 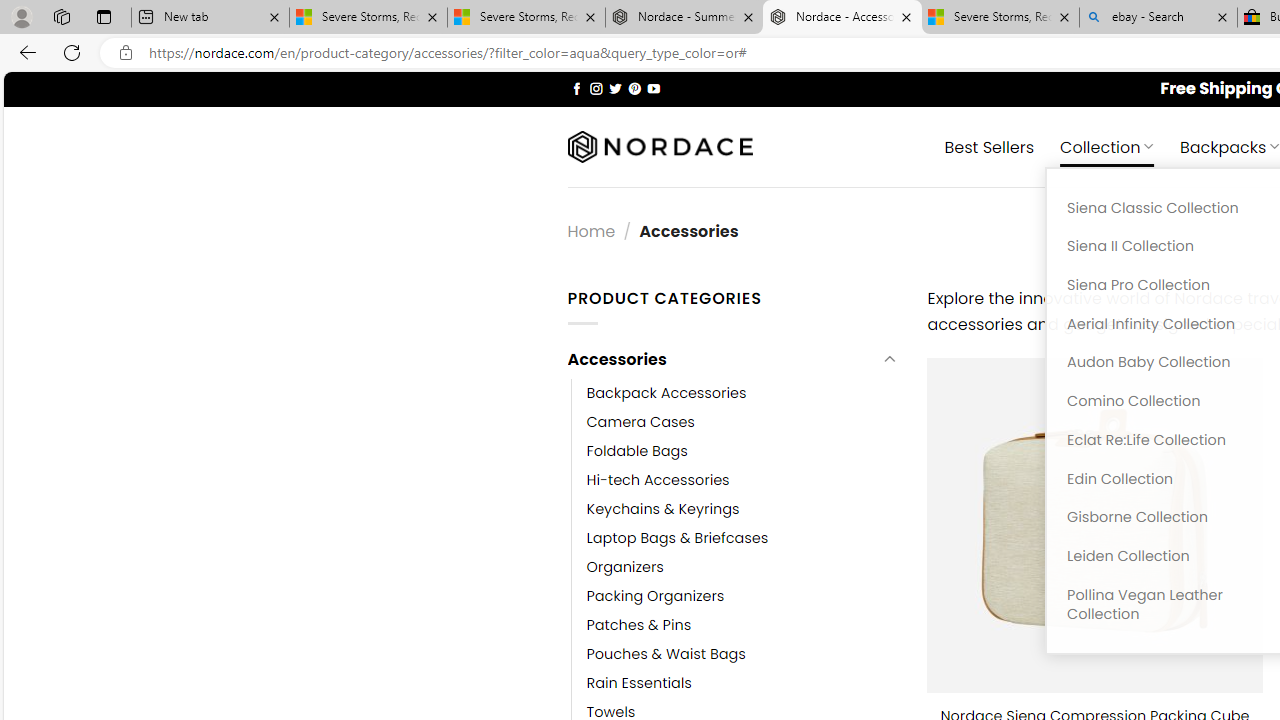 I want to click on 'Rain Essentials', so click(x=638, y=683).